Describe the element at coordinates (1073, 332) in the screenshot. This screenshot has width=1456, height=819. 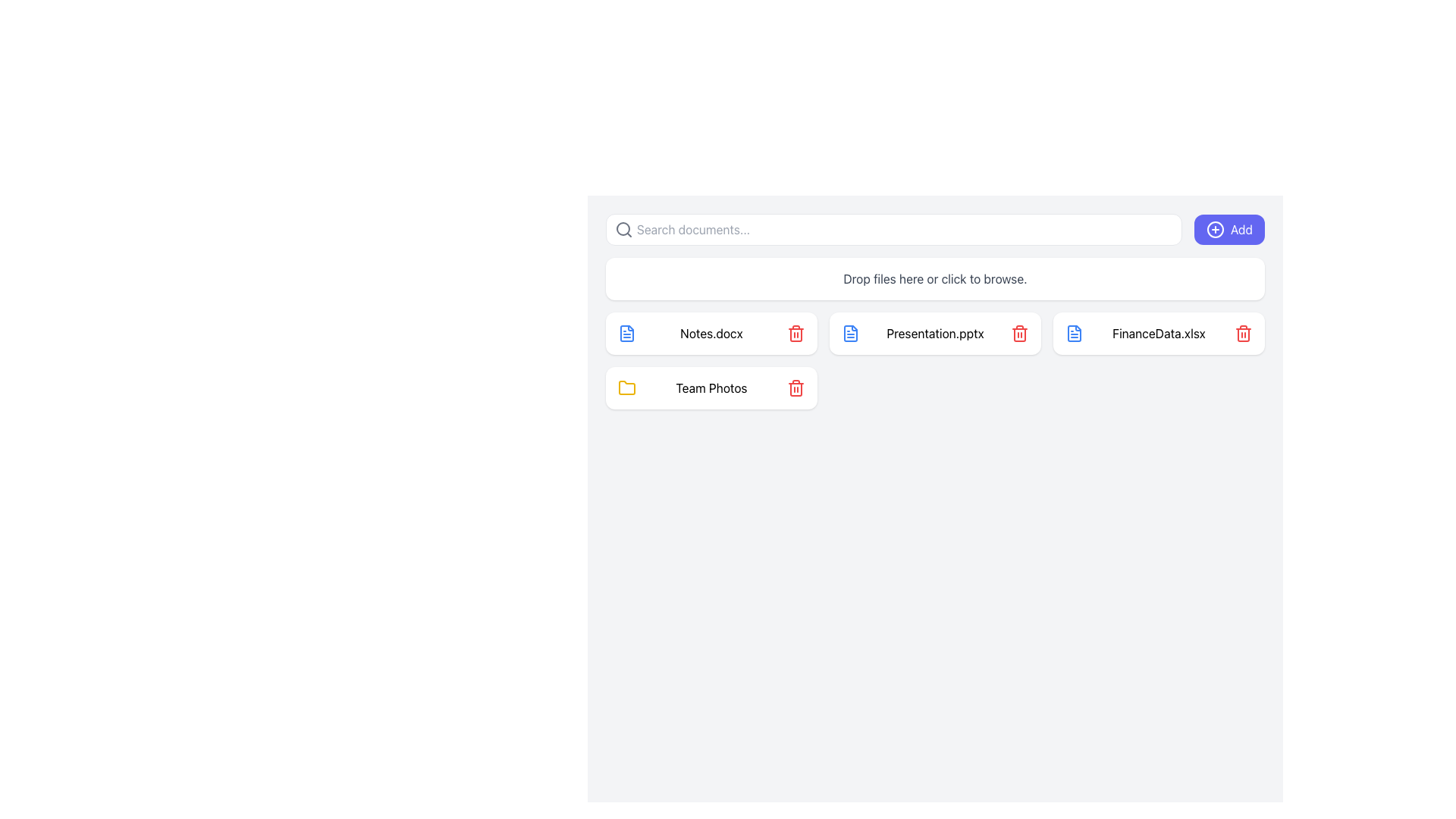
I see `the Graphical icon element (base shape) which serves as the foundational background of the document icon in the second column of the main grid interface` at that location.